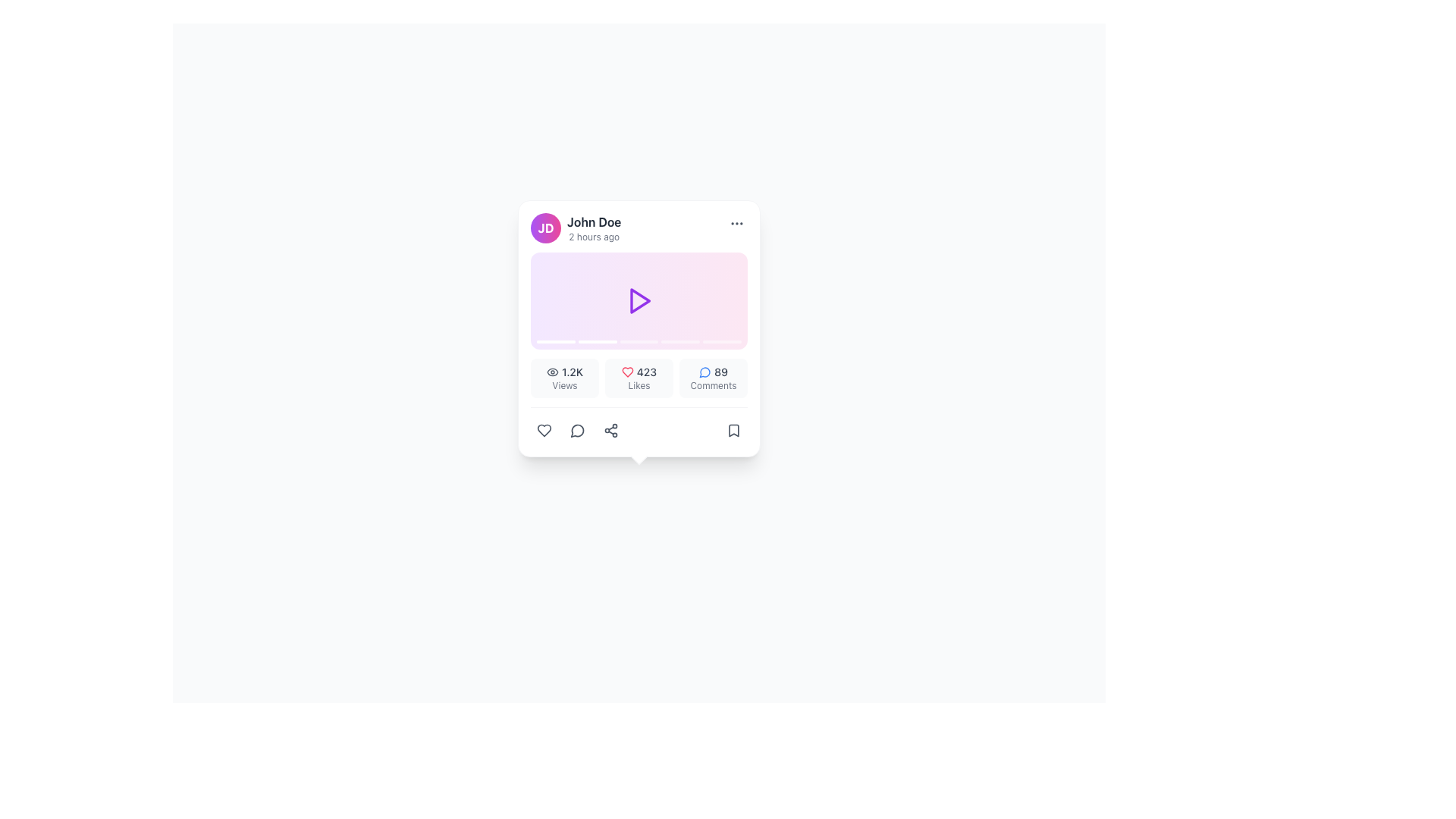 The width and height of the screenshot is (1456, 819). What do you see at coordinates (611, 430) in the screenshot?
I see `the 'Share' icon button located in the bottom action bar of the card interface` at bounding box center [611, 430].